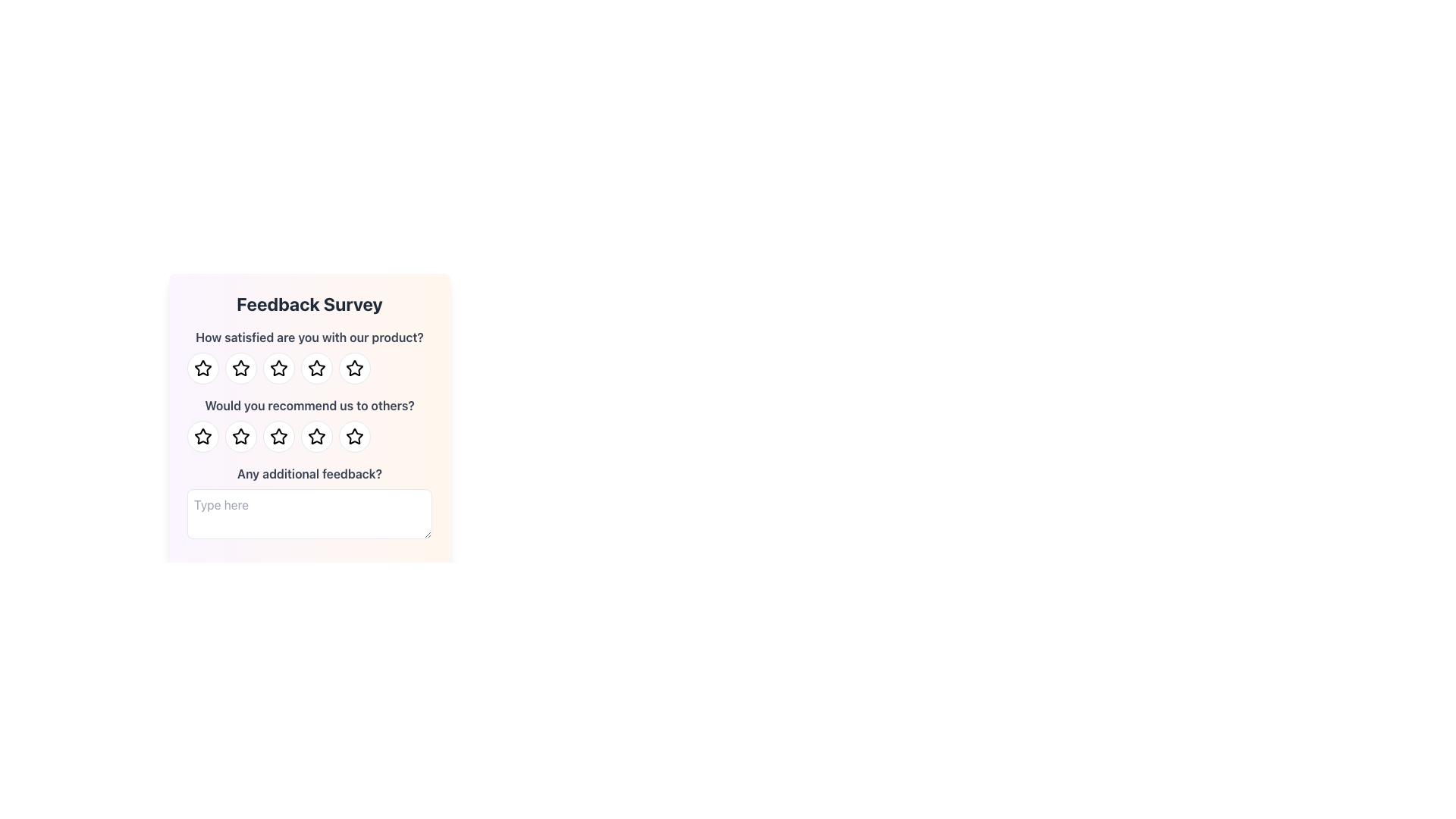 This screenshot has width=1456, height=819. I want to click on the second star icon in the rating widget located beneath the 'Would you recommend us to others?' prompt, so click(240, 436).